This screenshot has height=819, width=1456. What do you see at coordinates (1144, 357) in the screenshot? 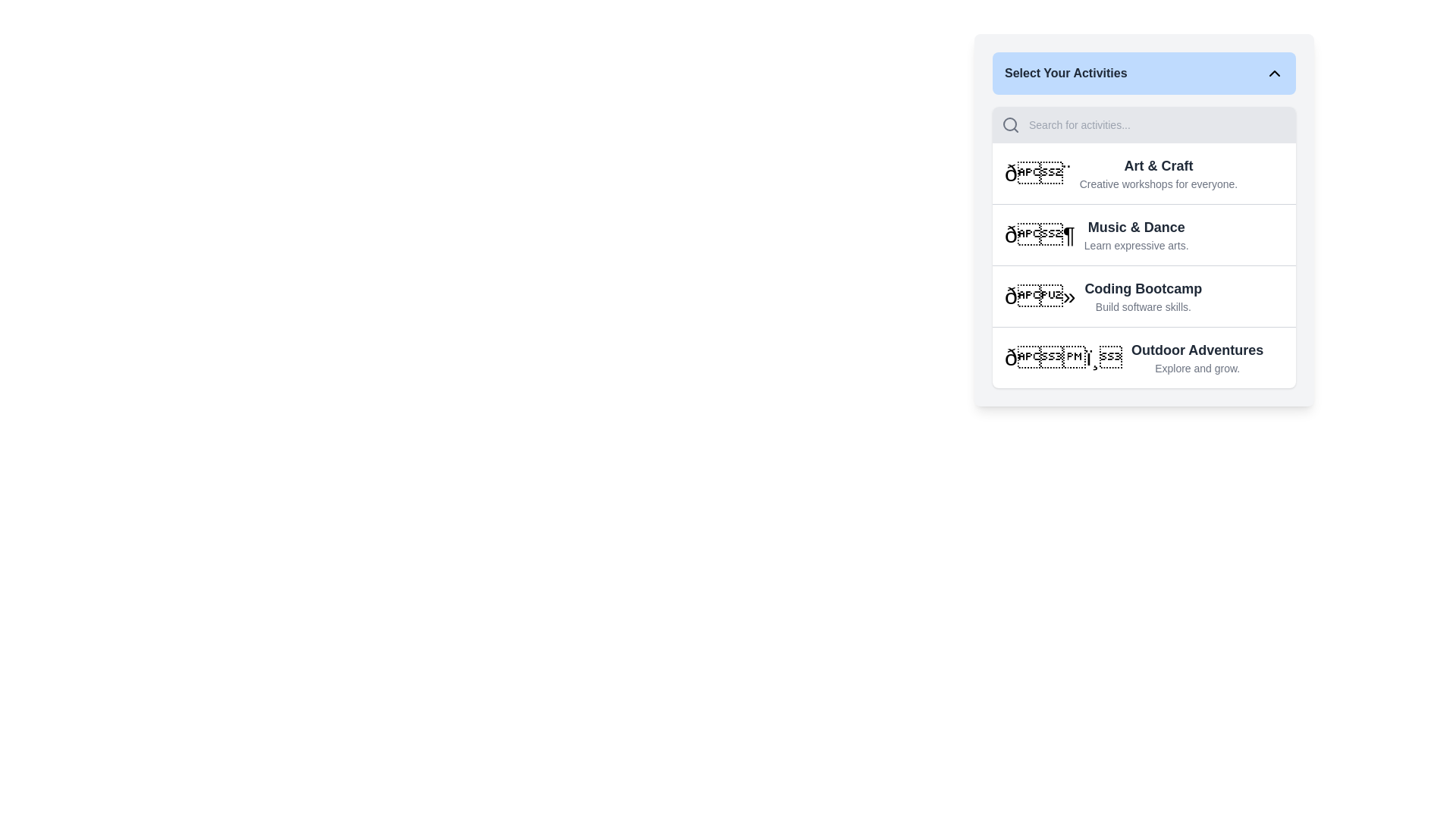
I see `the interactive clickable list item labeled 'Outdoor Adventures' in the sidebar 'Select Your Activities', located just below 'Coding Bootcamp'` at bounding box center [1144, 357].